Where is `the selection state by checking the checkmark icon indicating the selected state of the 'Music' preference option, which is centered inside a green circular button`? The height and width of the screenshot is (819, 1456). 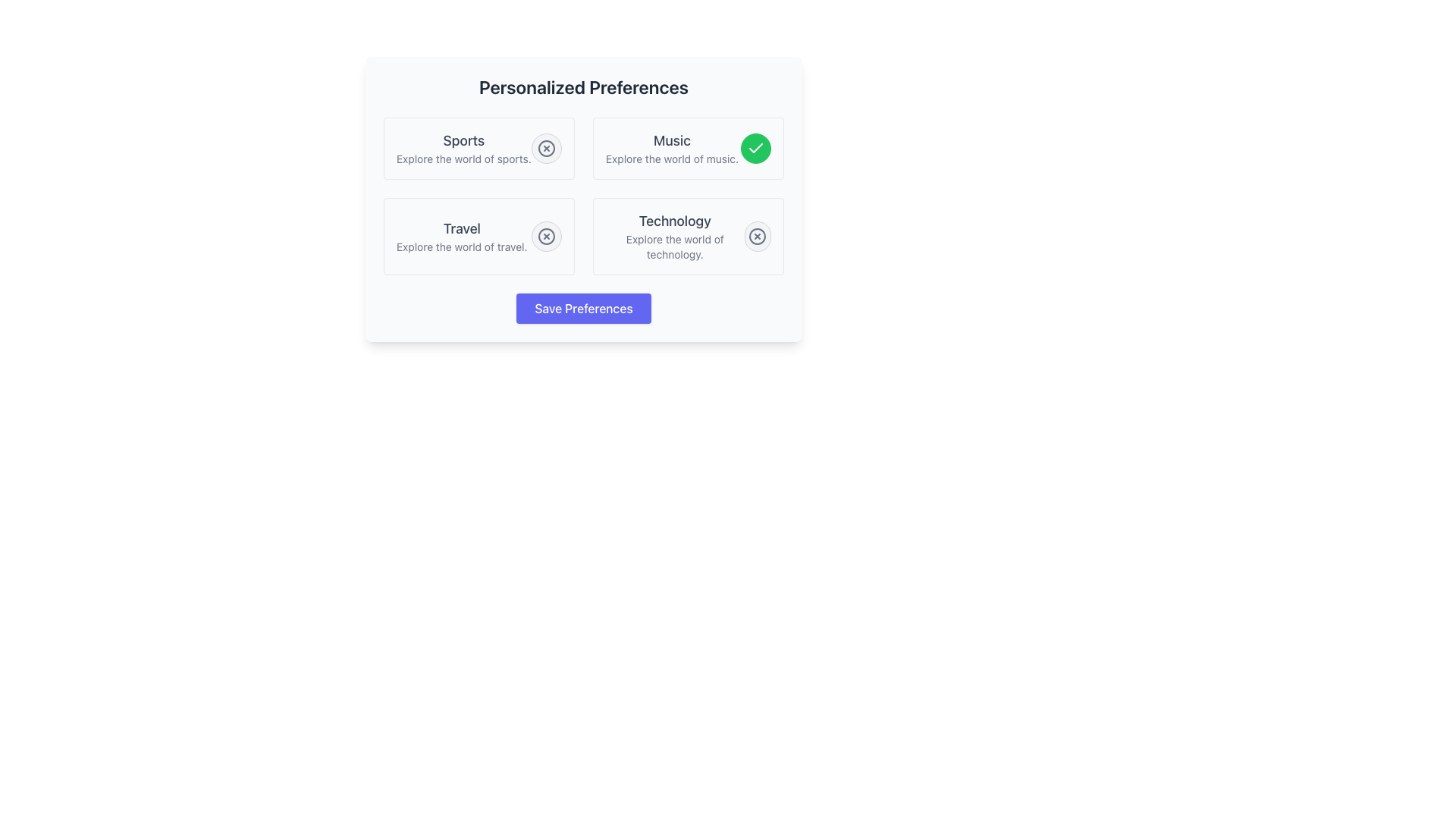 the selection state by checking the checkmark icon indicating the selected state of the 'Music' preference option, which is centered inside a green circular button is located at coordinates (756, 149).